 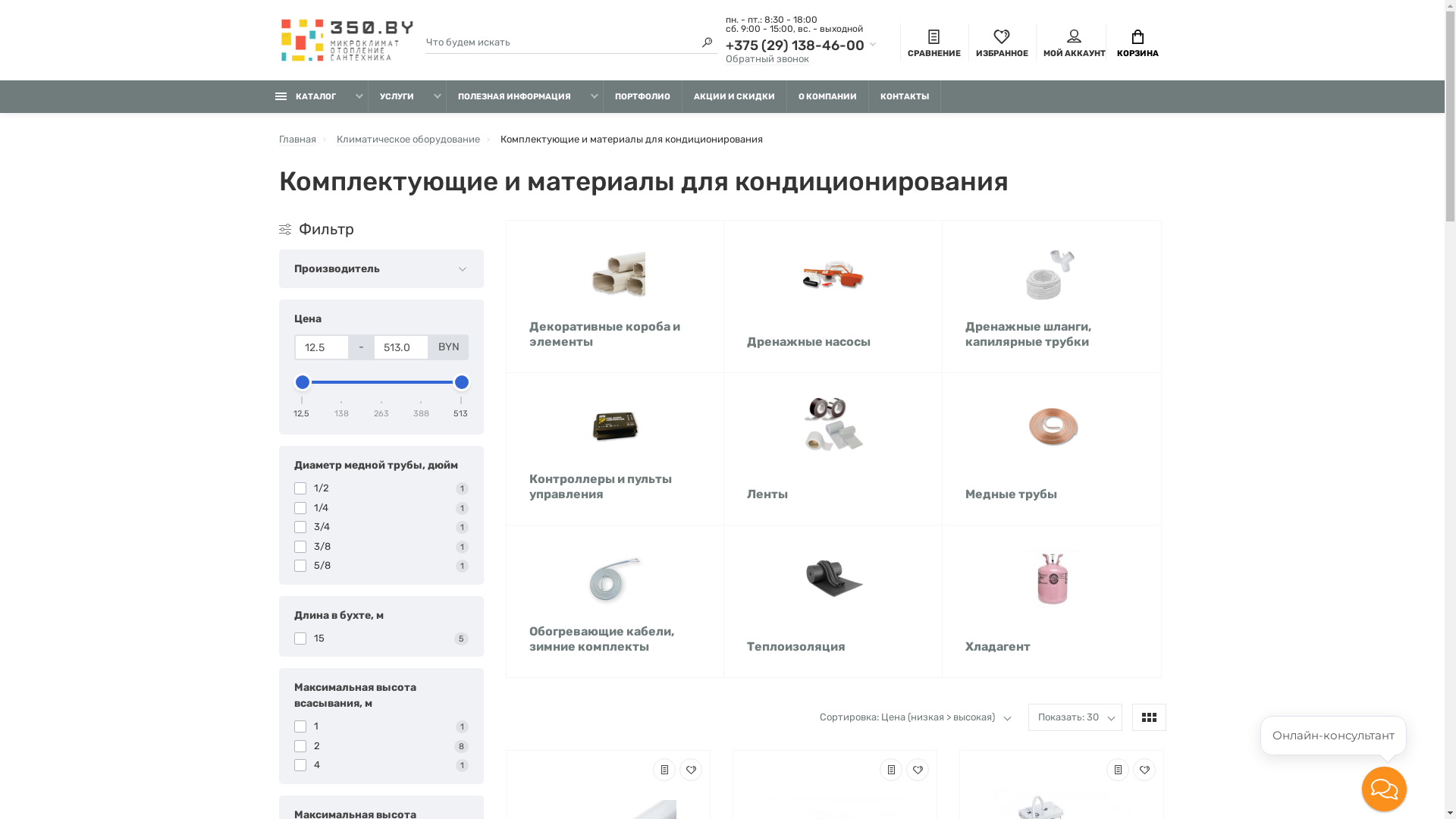 I want to click on '2, so click(x=294, y=745).